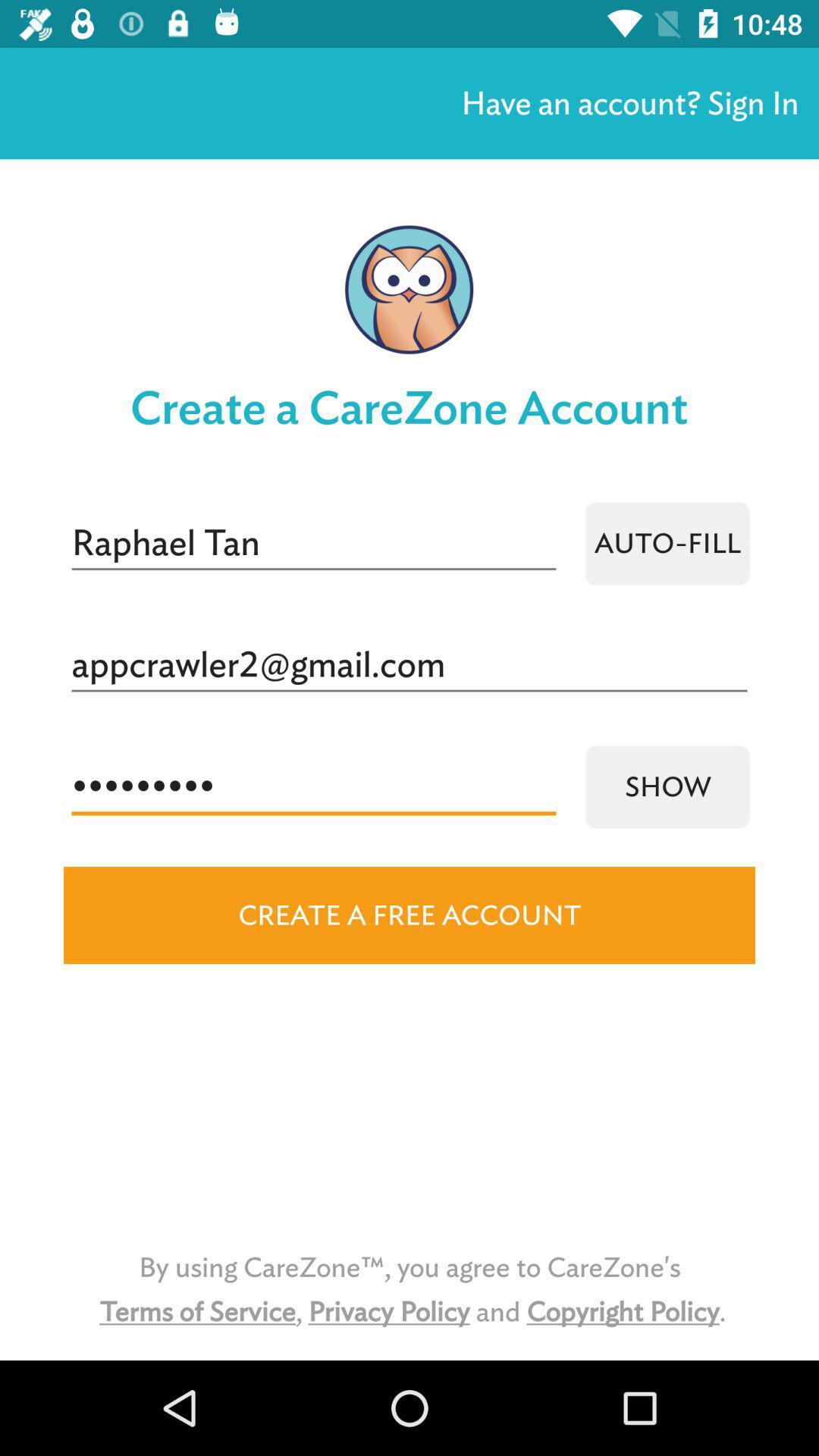 The width and height of the screenshot is (819, 1456). Describe the element at coordinates (409, 665) in the screenshot. I see `appcrawler2@gmail.com item` at that location.